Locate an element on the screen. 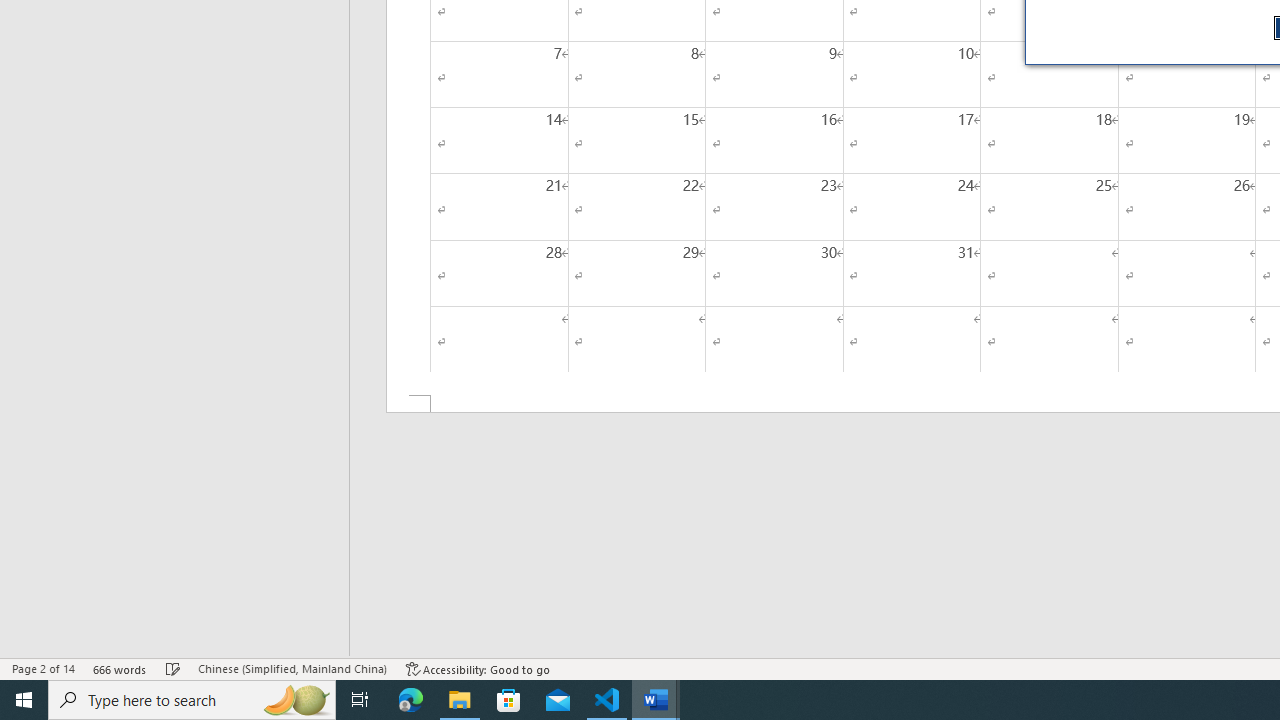 The height and width of the screenshot is (720, 1280). 'Start' is located at coordinates (24, 698).